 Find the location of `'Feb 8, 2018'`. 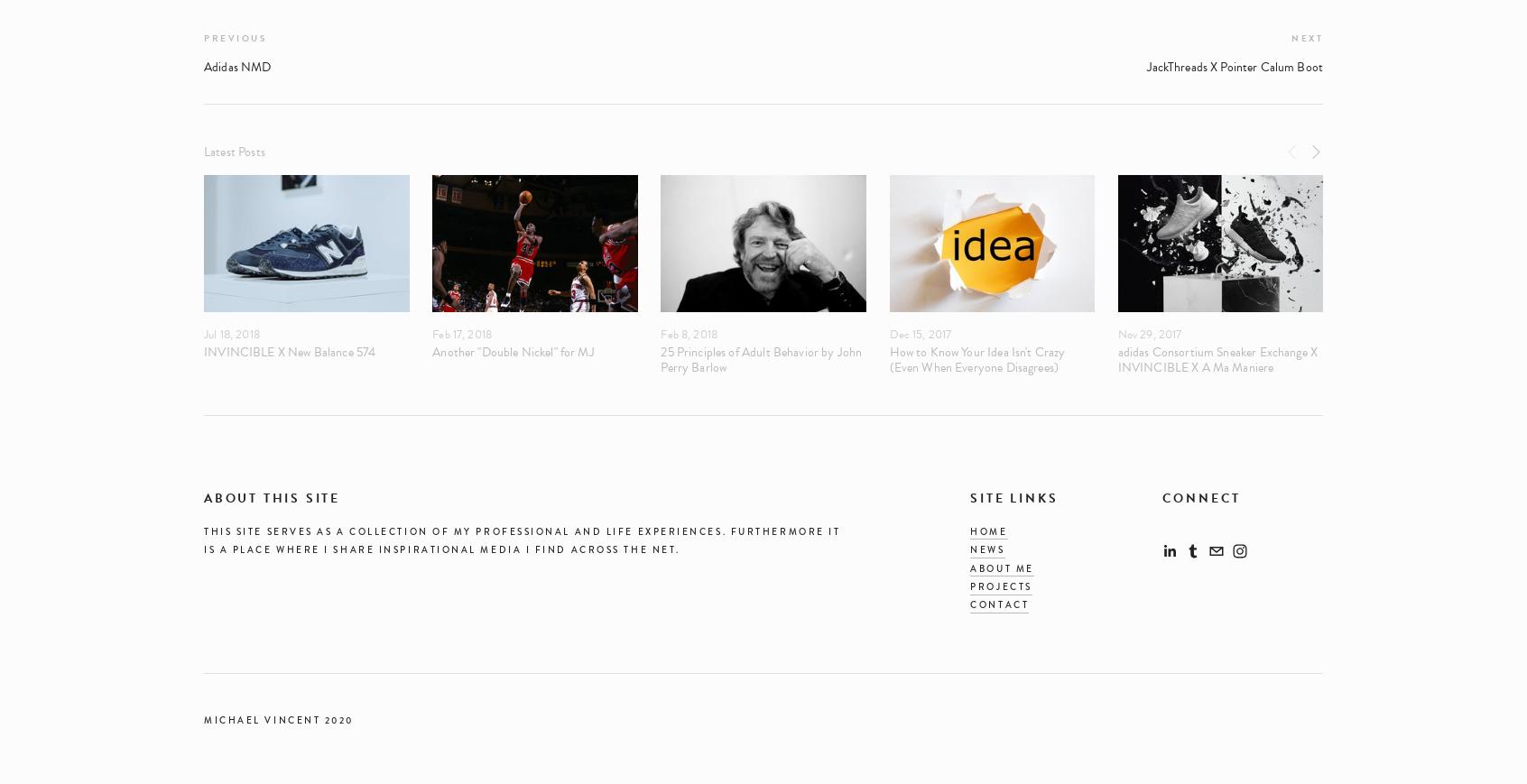

'Feb 8, 2018' is located at coordinates (688, 333).